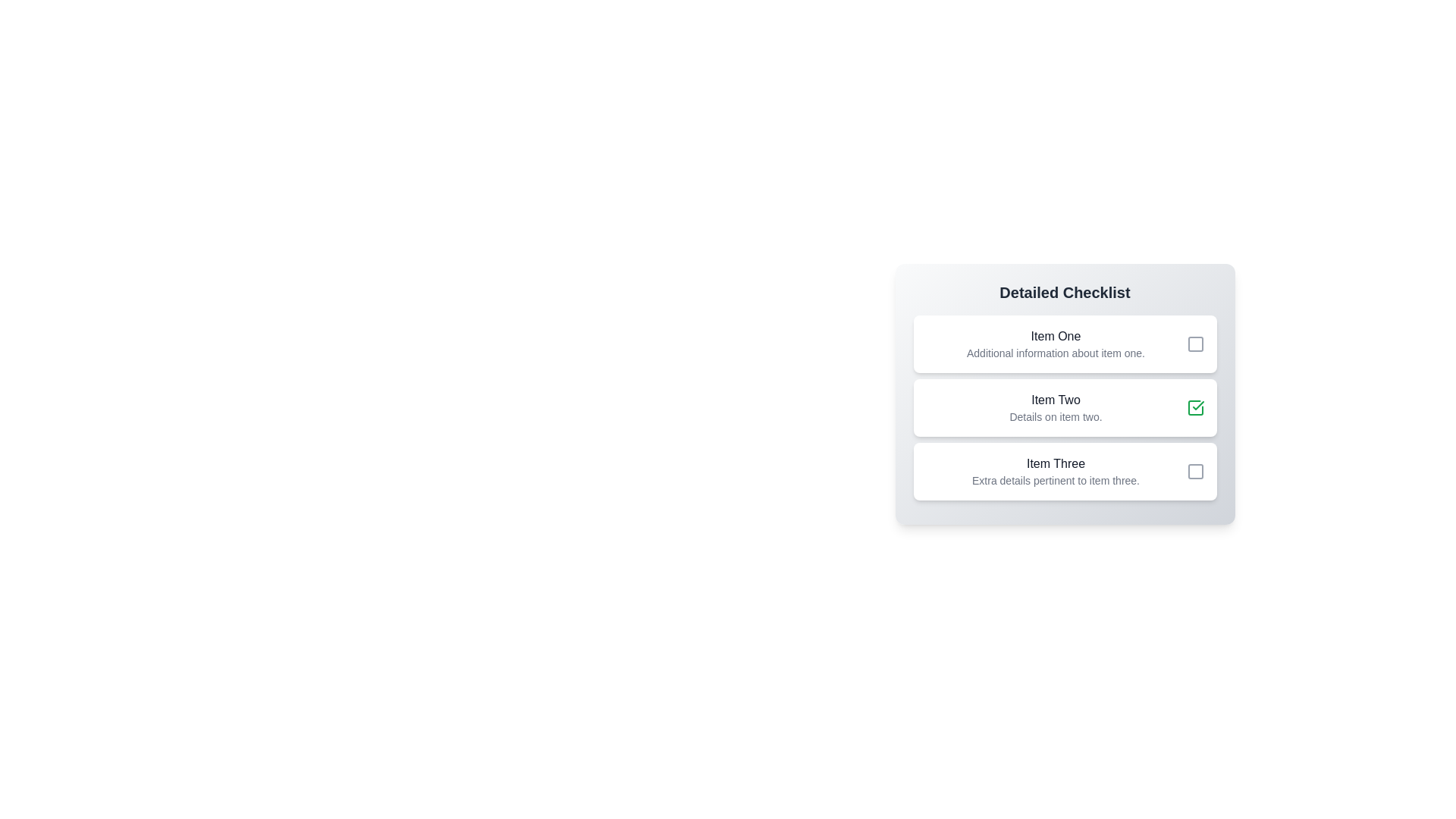 The image size is (1456, 819). Describe the element at coordinates (1055, 417) in the screenshot. I see `the text label that reads 'Details on item two.' which is styled in small gray font and located directly below the 'Item Two' title` at that location.